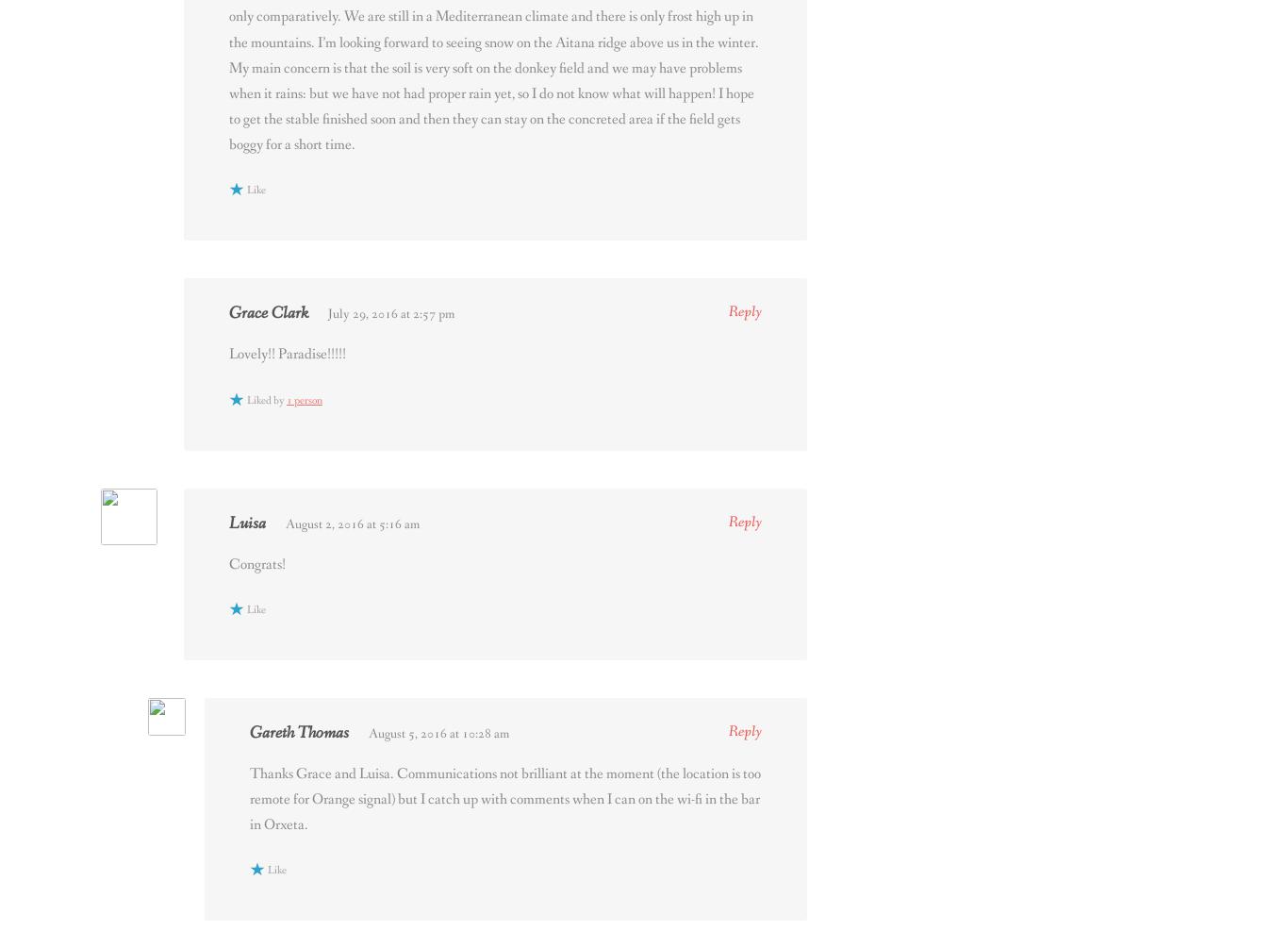 The height and width of the screenshot is (947, 1288). Describe the element at coordinates (288, 354) in the screenshot. I see `'Lovely!!  Paradise!!!!!'` at that location.